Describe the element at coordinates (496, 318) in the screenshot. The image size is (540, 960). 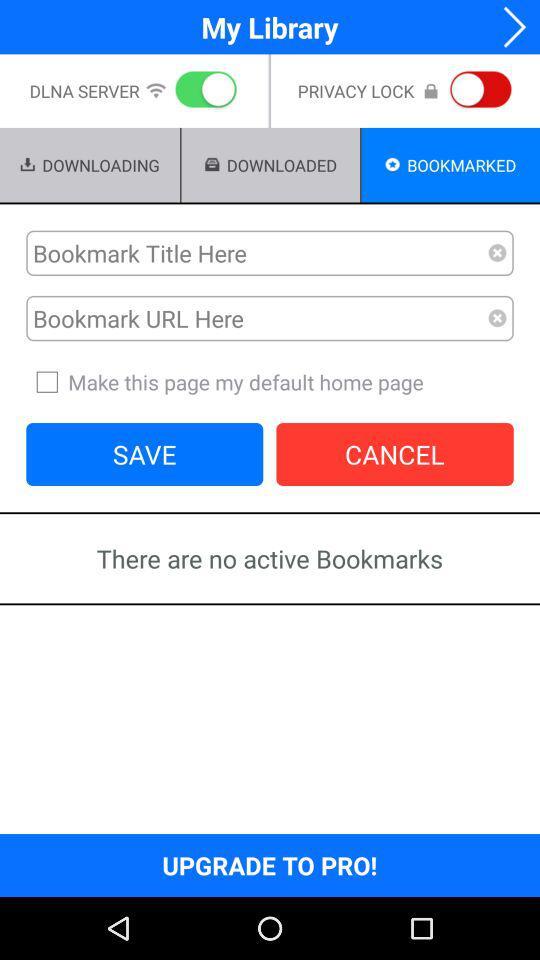
I see `the icon above make this page` at that location.